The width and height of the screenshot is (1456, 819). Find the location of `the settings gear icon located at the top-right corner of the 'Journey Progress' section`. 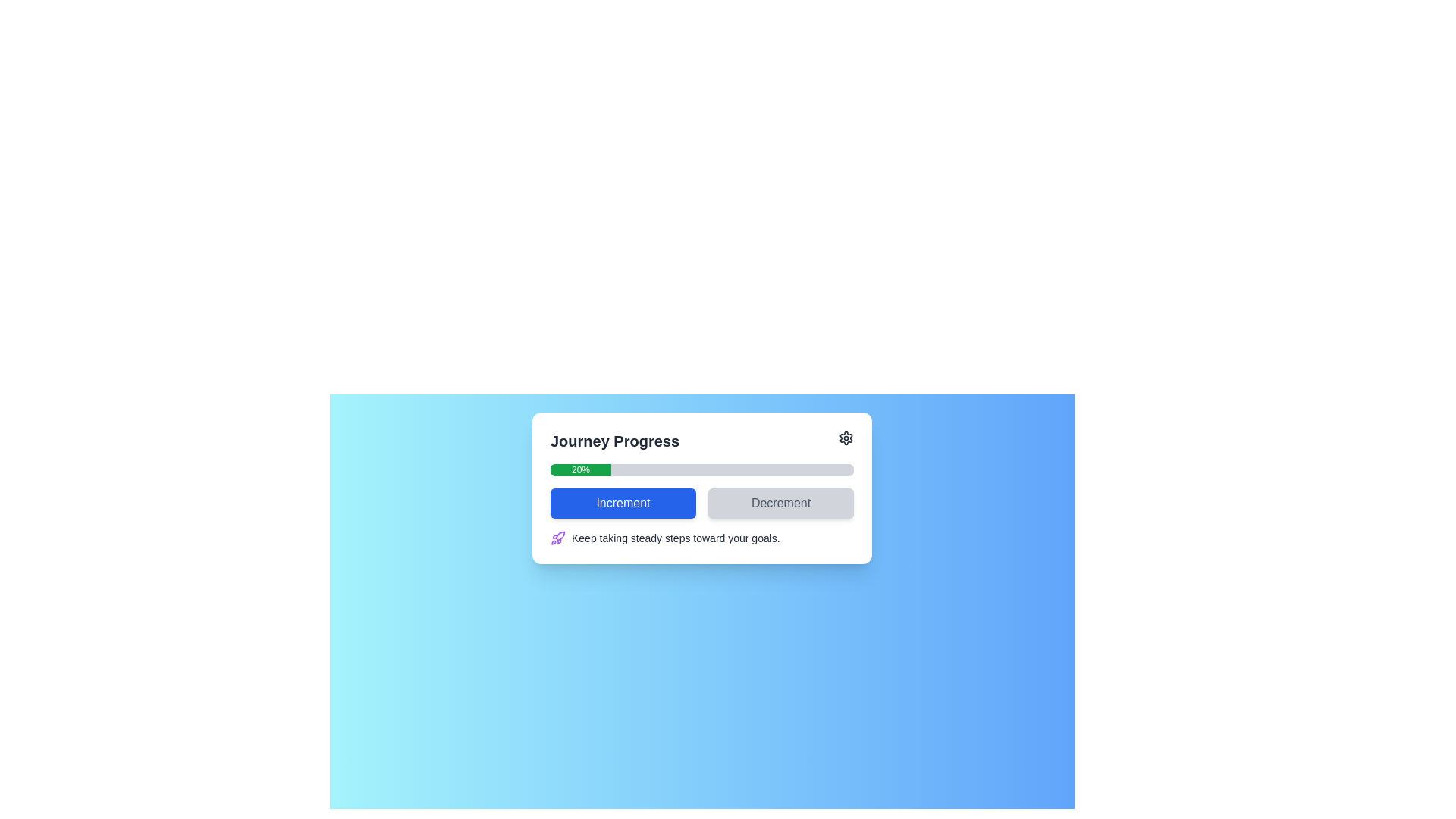

the settings gear icon located at the top-right corner of the 'Journey Progress' section is located at coordinates (846, 438).